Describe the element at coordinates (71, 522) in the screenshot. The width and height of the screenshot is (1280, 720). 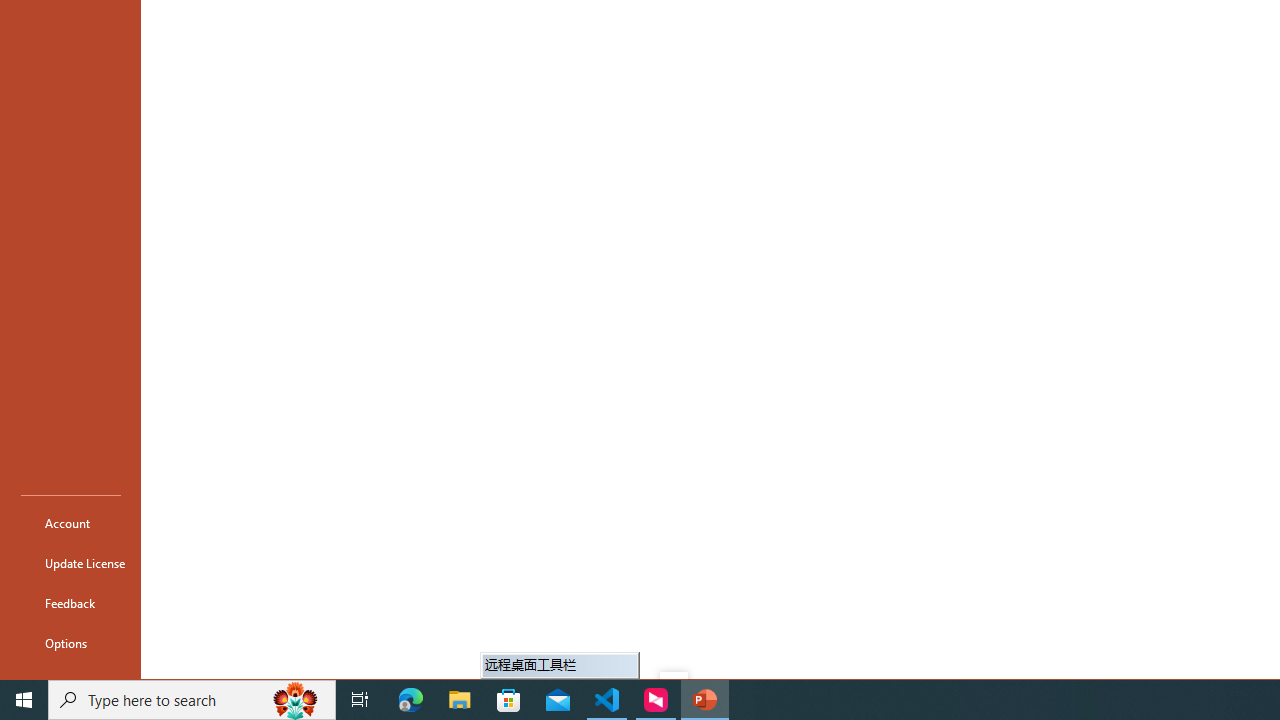
I see `'Account'` at that location.